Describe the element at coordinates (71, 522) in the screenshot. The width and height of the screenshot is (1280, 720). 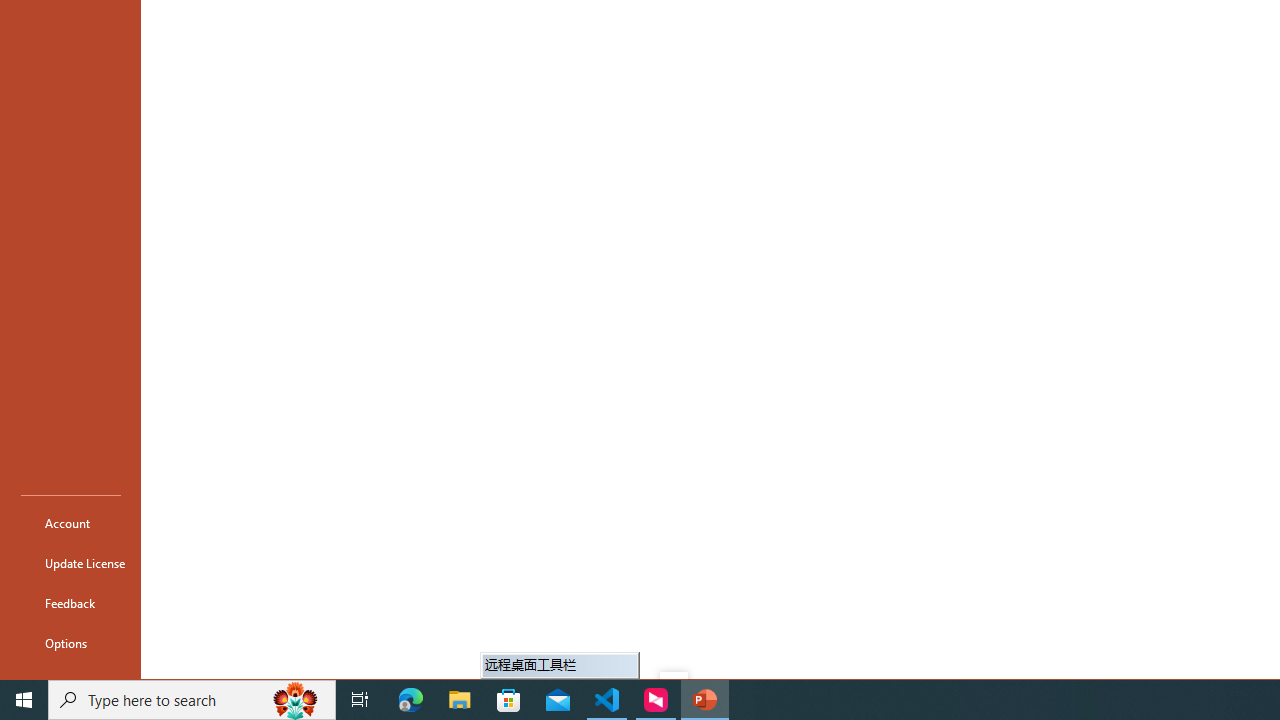
I see `'Account'` at that location.